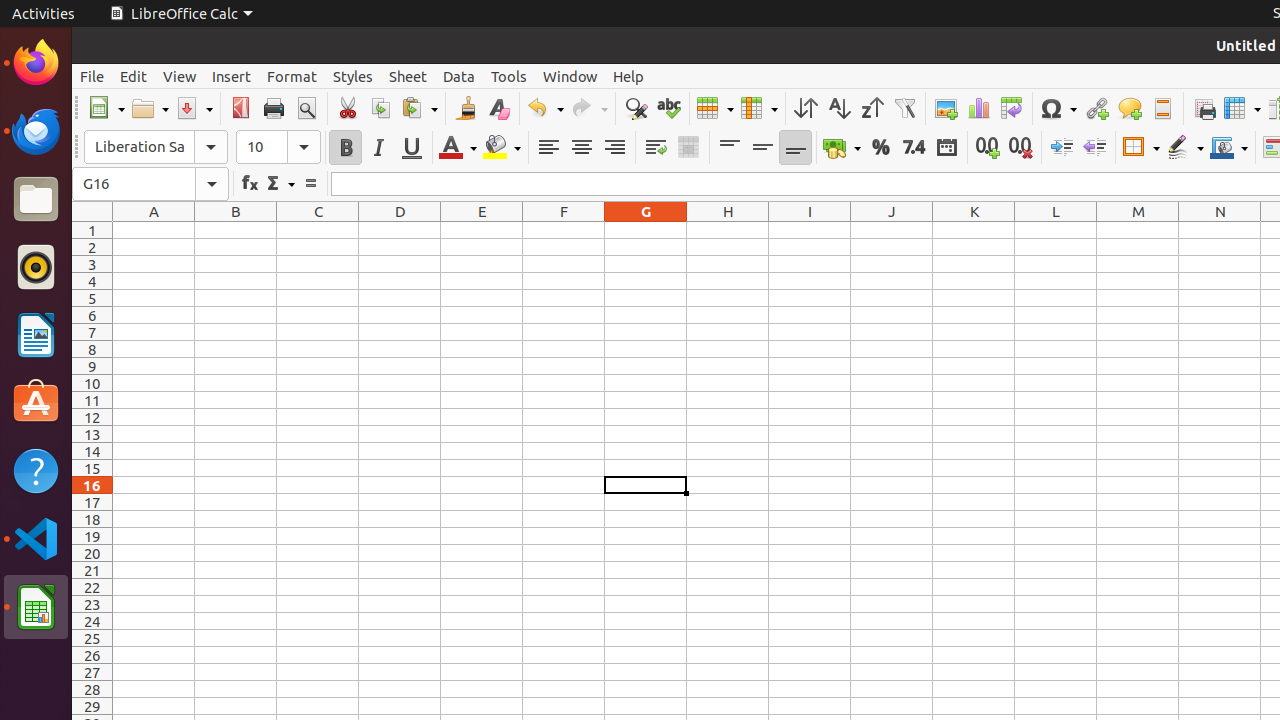  What do you see at coordinates (634, 108) in the screenshot?
I see `'Find & Replace'` at bounding box center [634, 108].